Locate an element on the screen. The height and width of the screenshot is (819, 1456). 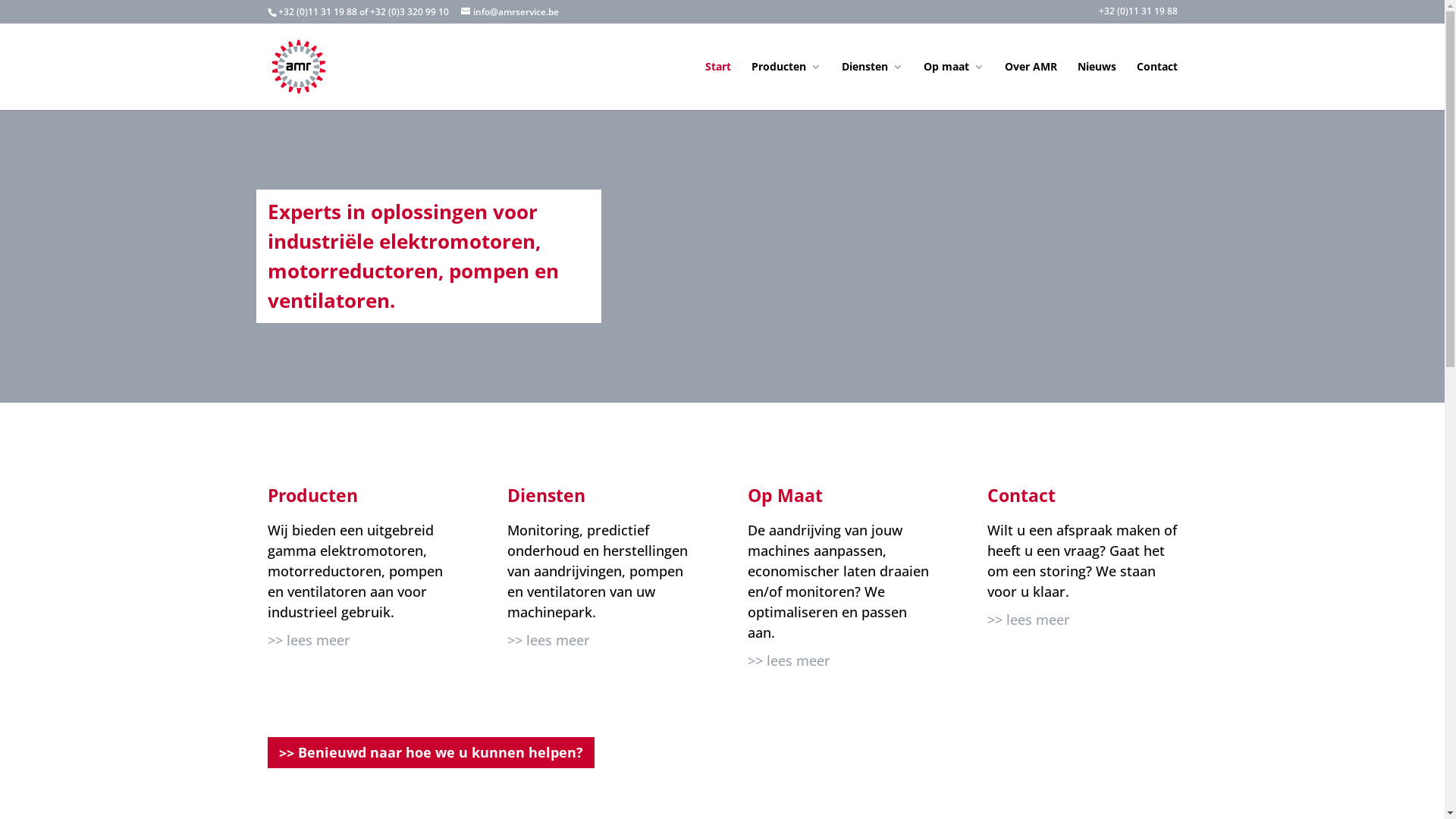
'Over AMR' is located at coordinates (1030, 85).